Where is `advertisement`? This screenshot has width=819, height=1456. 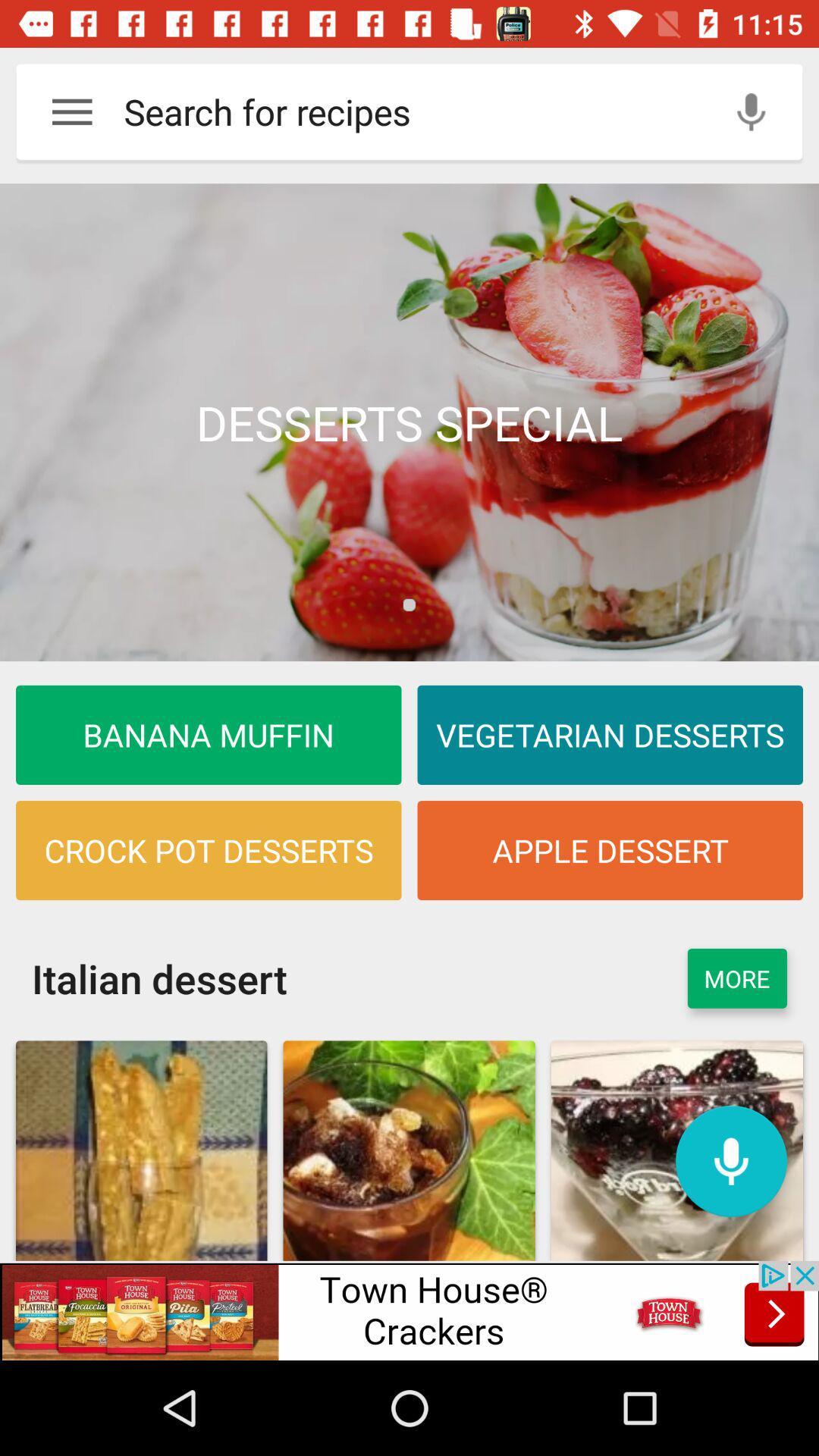 advertisement is located at coordinates (409, 1310).